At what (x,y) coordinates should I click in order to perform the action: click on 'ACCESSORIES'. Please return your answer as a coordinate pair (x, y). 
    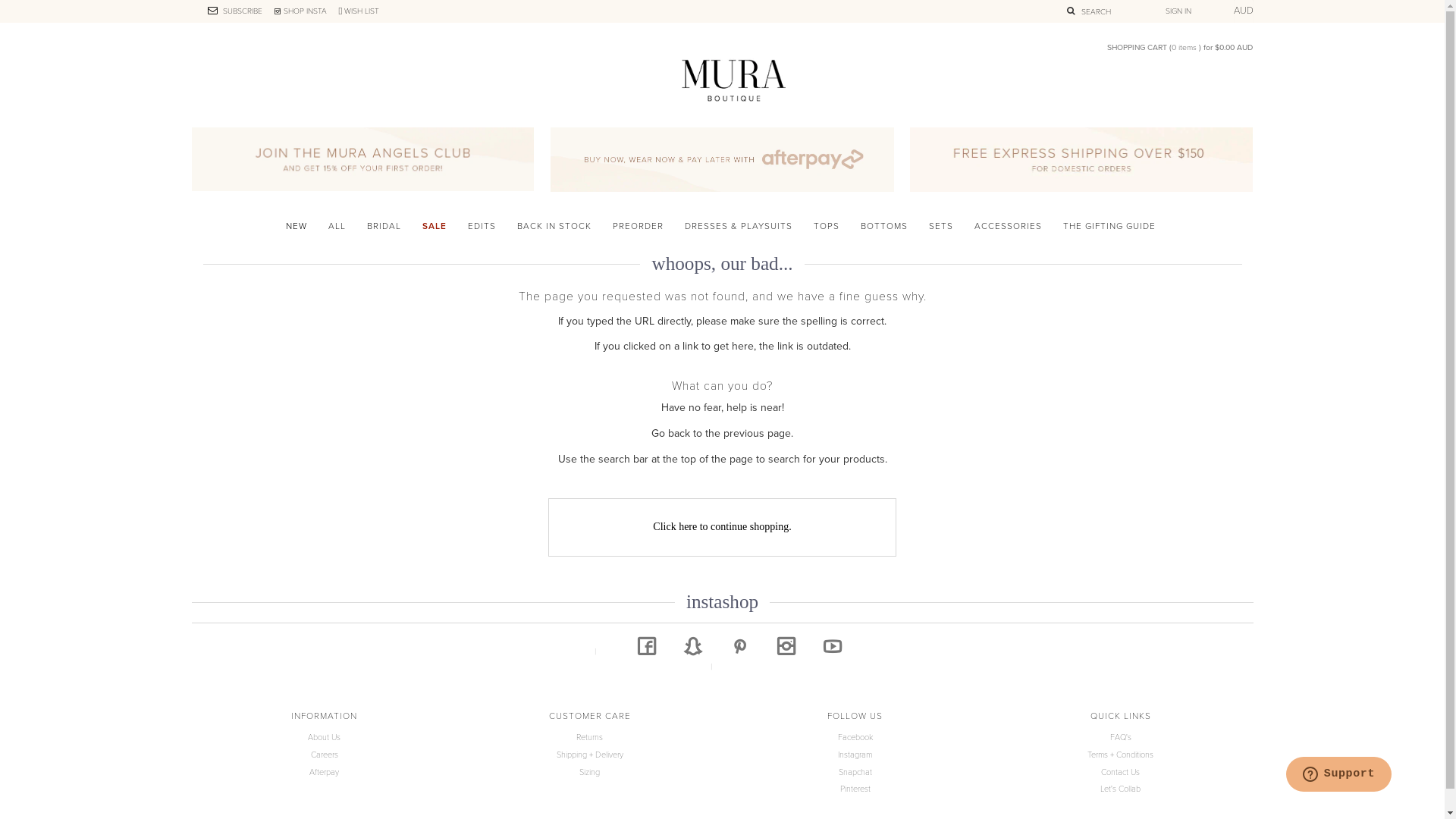
    Looking at the image, I should click on (1008, 226).